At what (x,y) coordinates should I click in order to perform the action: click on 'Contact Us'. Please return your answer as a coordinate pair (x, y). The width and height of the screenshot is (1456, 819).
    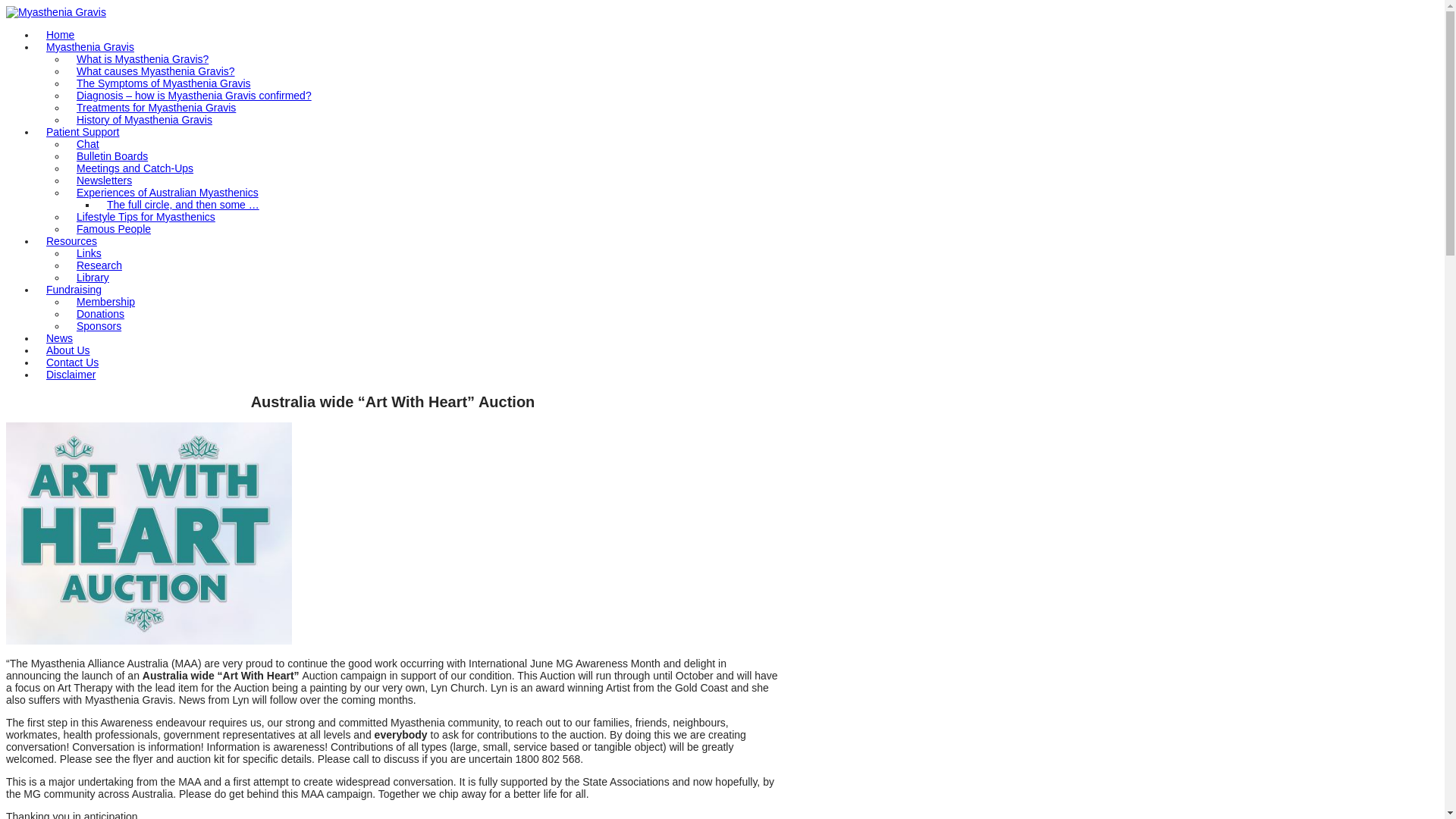
    Looking at the image, I should click on (71, 362).